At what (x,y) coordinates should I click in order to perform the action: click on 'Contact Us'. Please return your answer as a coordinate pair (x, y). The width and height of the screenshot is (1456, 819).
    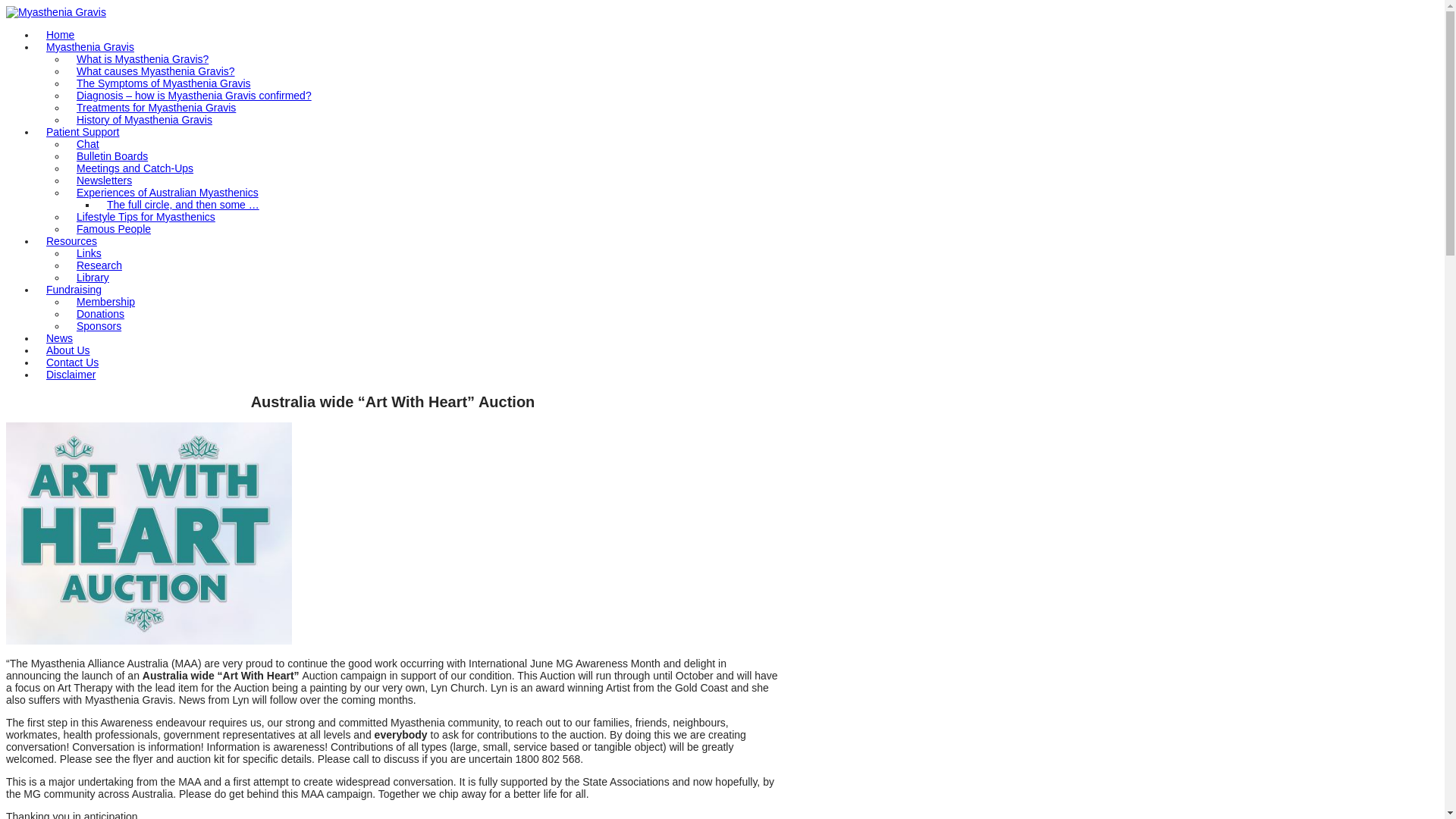
    Looking at the image, I should click on (71, 362).